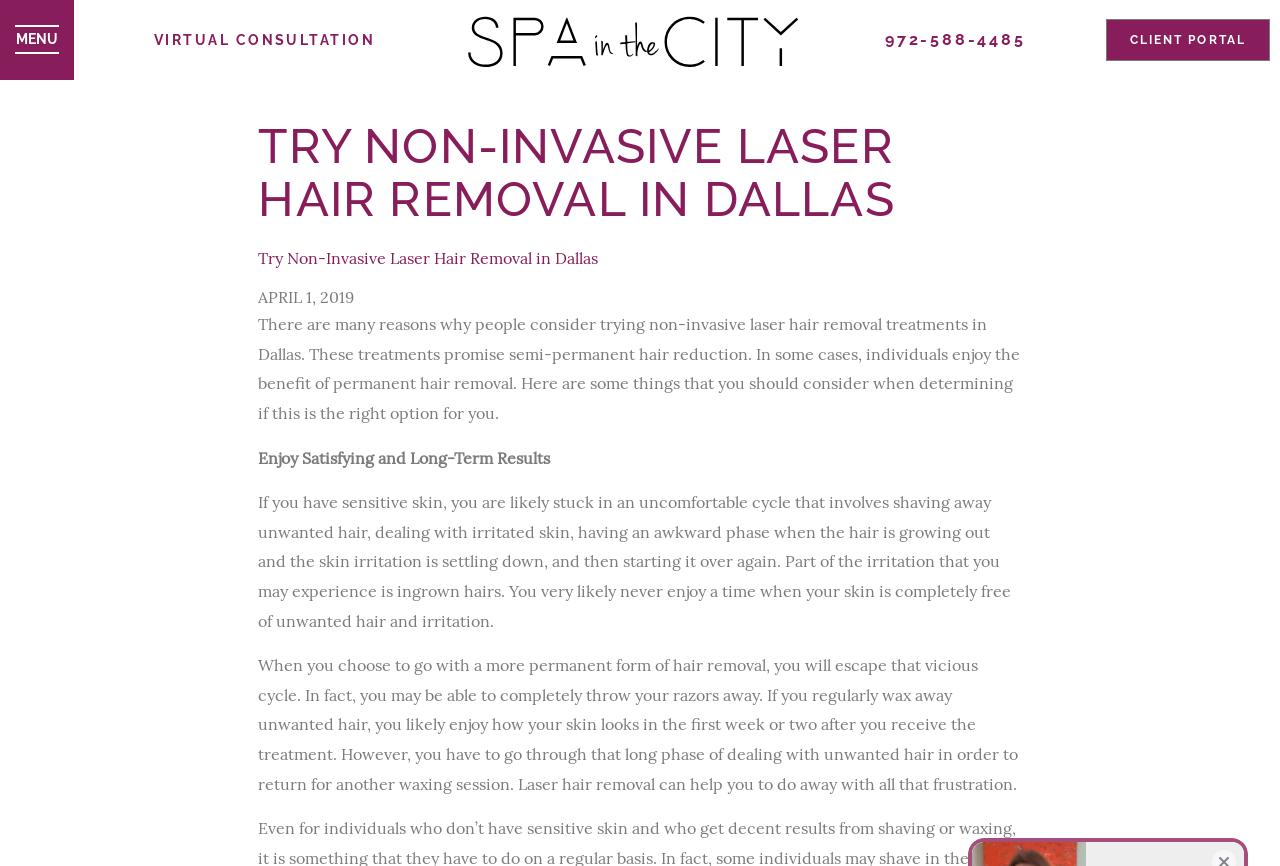 Image resolution: width=1280 pixels, height=866 pixels. Describe the element at coordinates (257, 722) in the screenshot. I see `'When you choose to go with a more permanent form of hair removal, you will escape that vicious cycle. In fact, you may be able to completely throw your razors away. If you regularly wax away unwanted hair, you likely enjoy how your skin looks in the first week or two after you receive the treatment. However, you have to go through that long phase of dealing with unwanted hair in order to return for another waxing session. Laser hair removal can help you to do away with all that frustration.'` at that location.